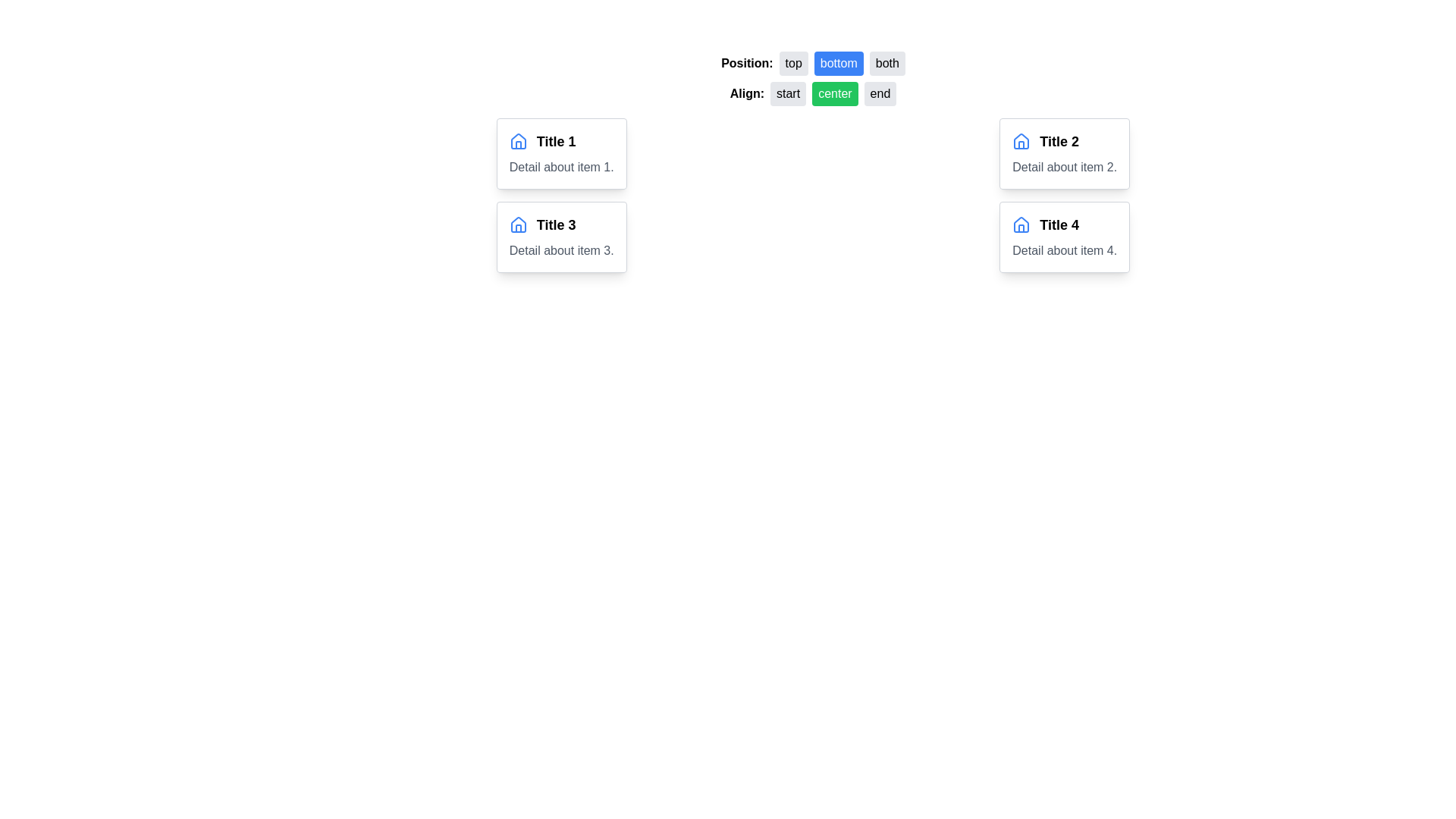  I want to click on the informational card for 'item 4' located in the second column and second row of the grid layout, so click(1064, 237).